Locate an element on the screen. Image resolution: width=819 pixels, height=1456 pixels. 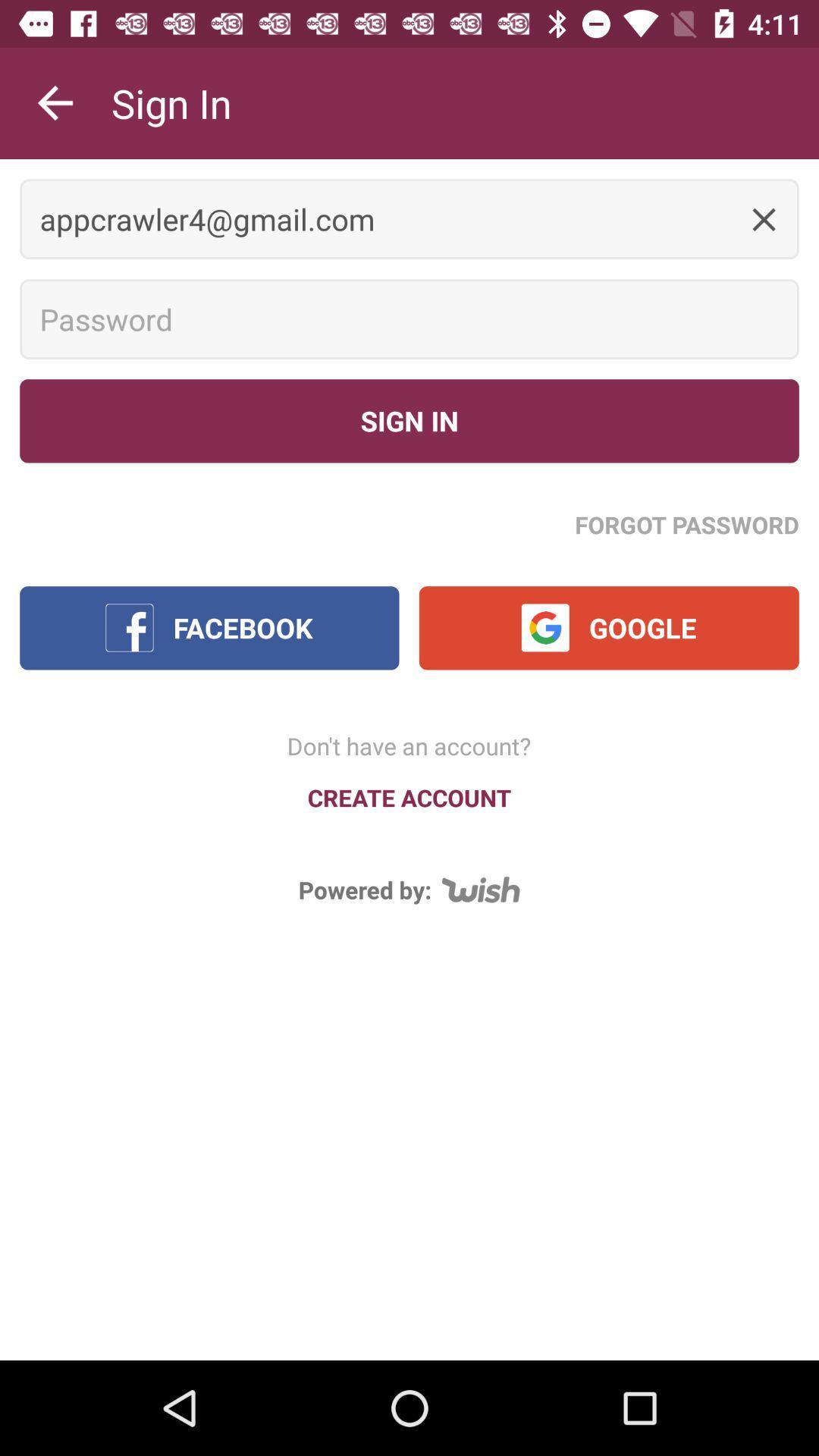
the facebook option is located at coordinates (209, 628).